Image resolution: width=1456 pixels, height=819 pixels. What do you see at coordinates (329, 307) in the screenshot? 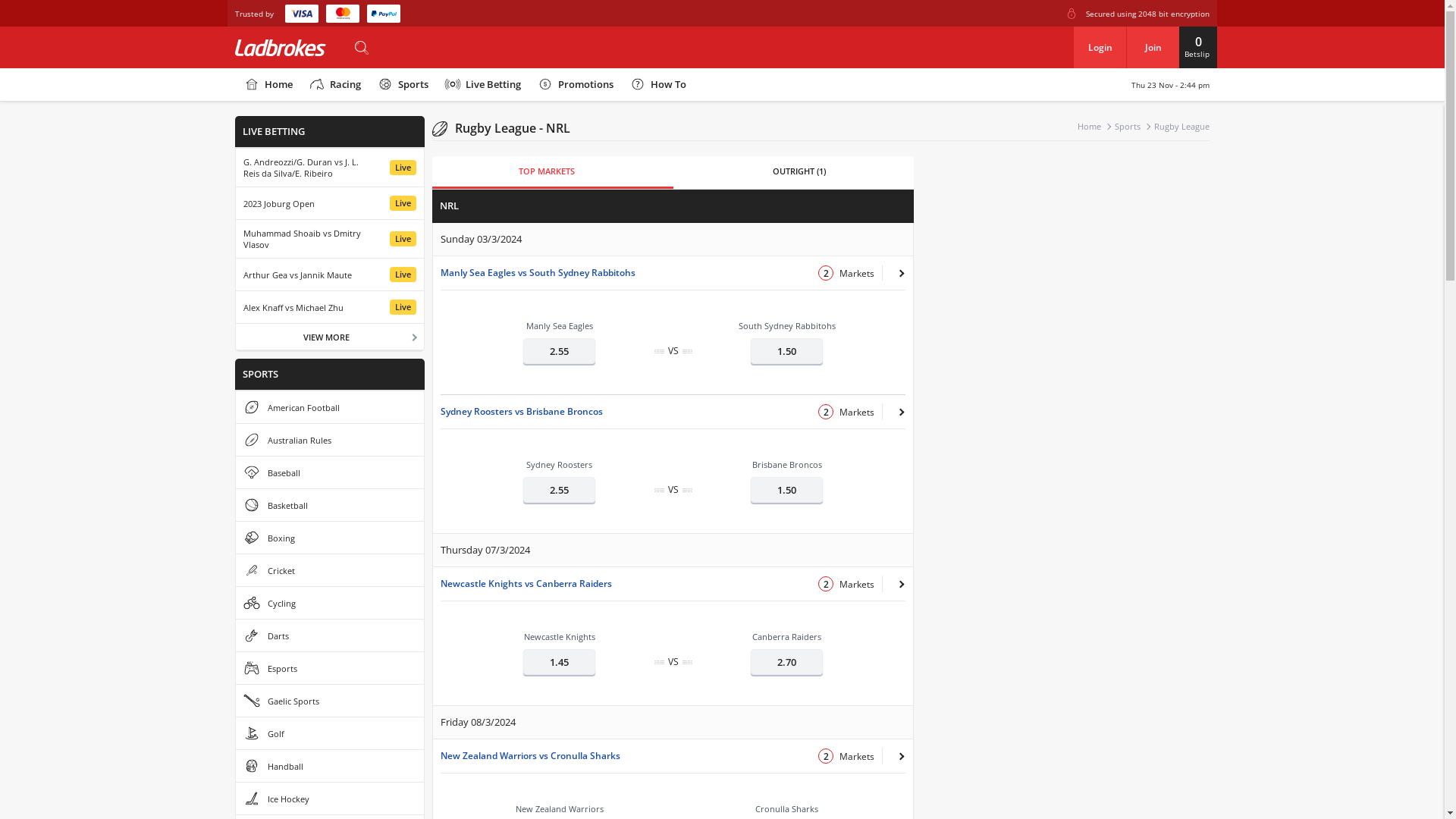
I see `'Alex Knaff vs Michael Zhu` at bounding box center [329, 307].